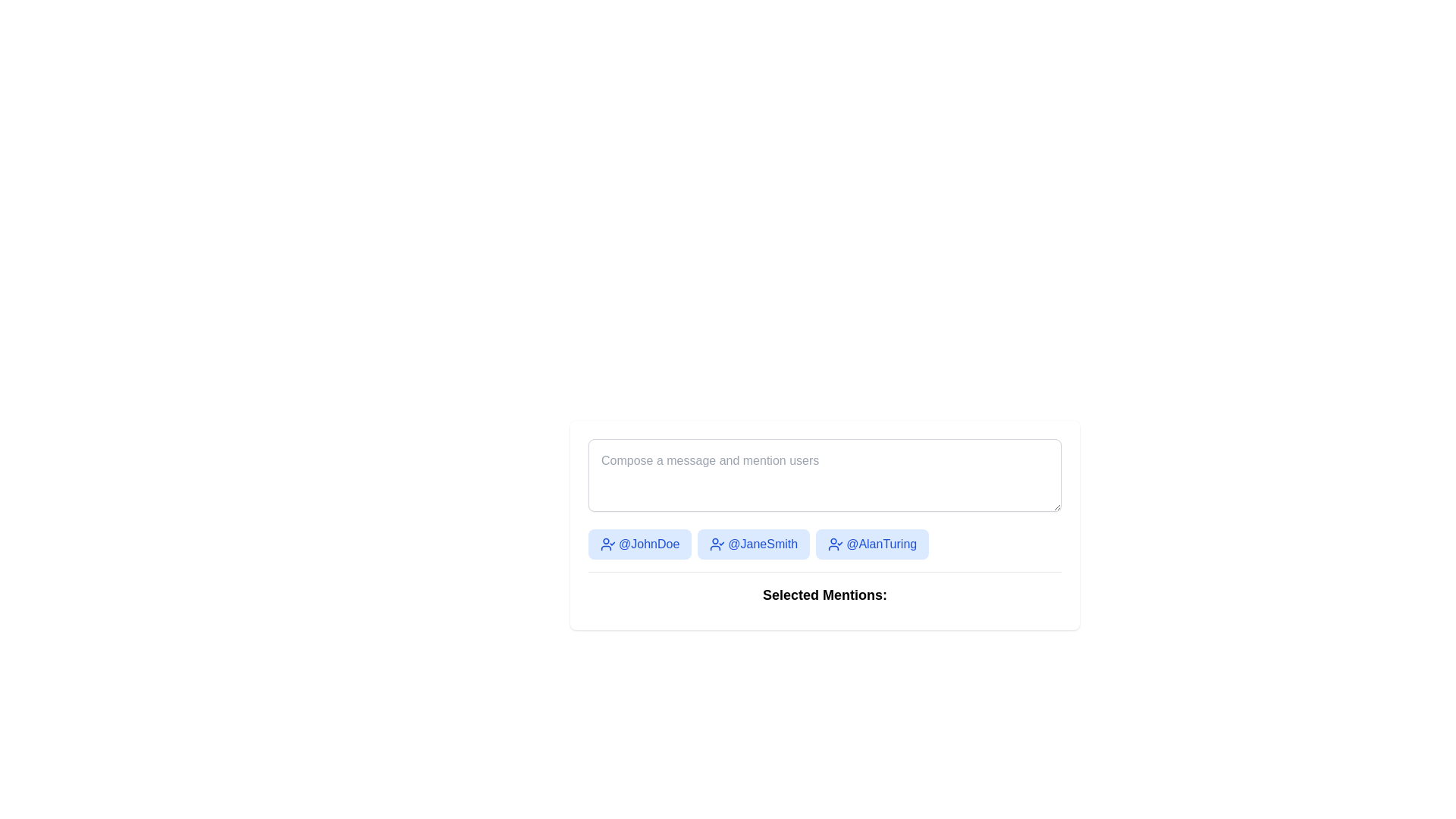 The height and width of the screenshot is (819, 1456). Describe the element at coordinates (763, 543) in the screenshot. I see `the interactive username text '@JaneSmith' displayed in blue within the button` at that location.